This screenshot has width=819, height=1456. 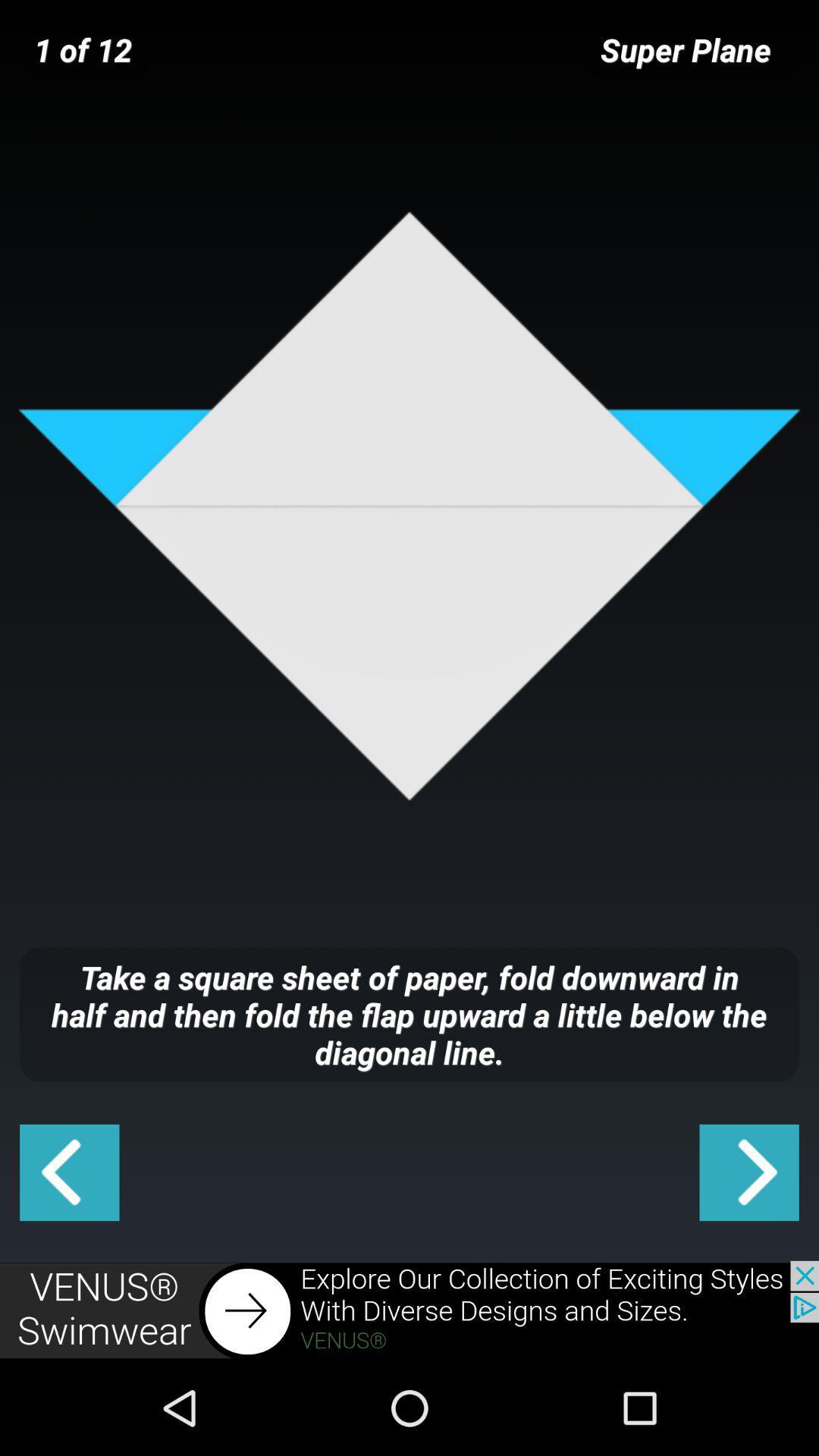 I want to click on the arrow_forward icon, so click(x=748, y=1255).